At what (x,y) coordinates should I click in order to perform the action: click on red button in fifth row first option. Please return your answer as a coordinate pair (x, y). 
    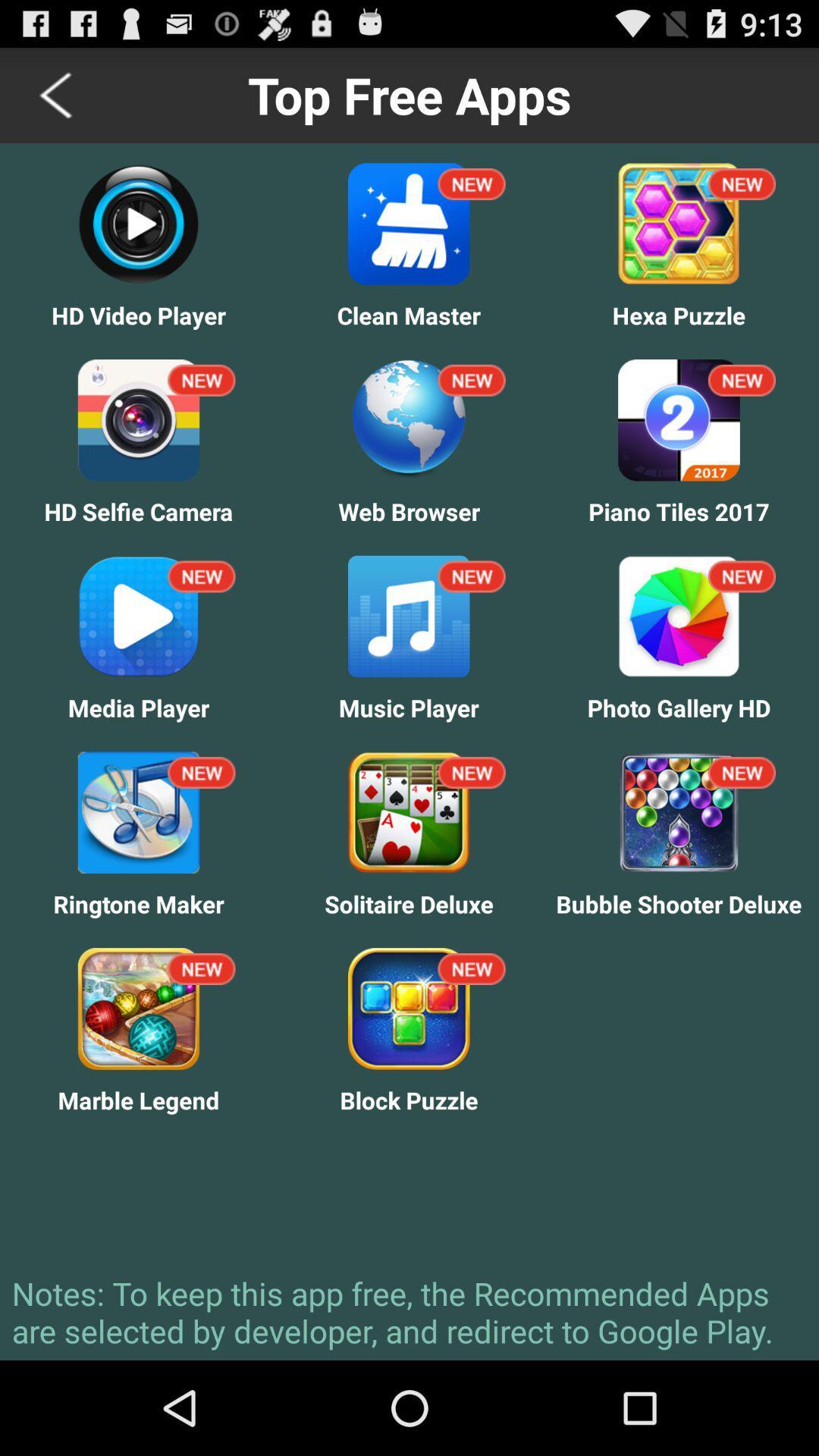
    Looking at the image, I should click on (201, 968).